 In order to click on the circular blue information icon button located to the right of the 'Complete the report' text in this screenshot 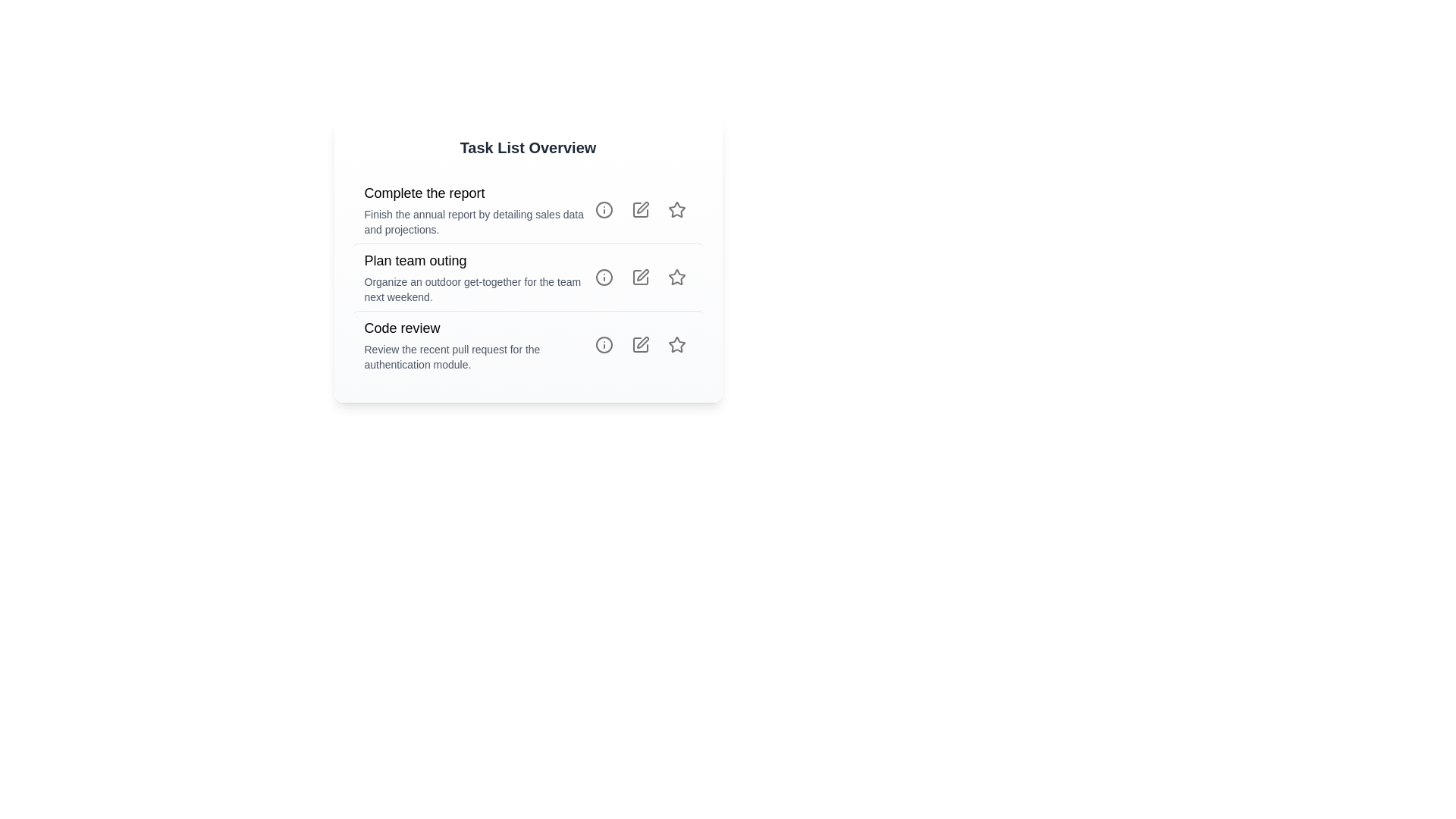, I will do `click(603, 210)`.